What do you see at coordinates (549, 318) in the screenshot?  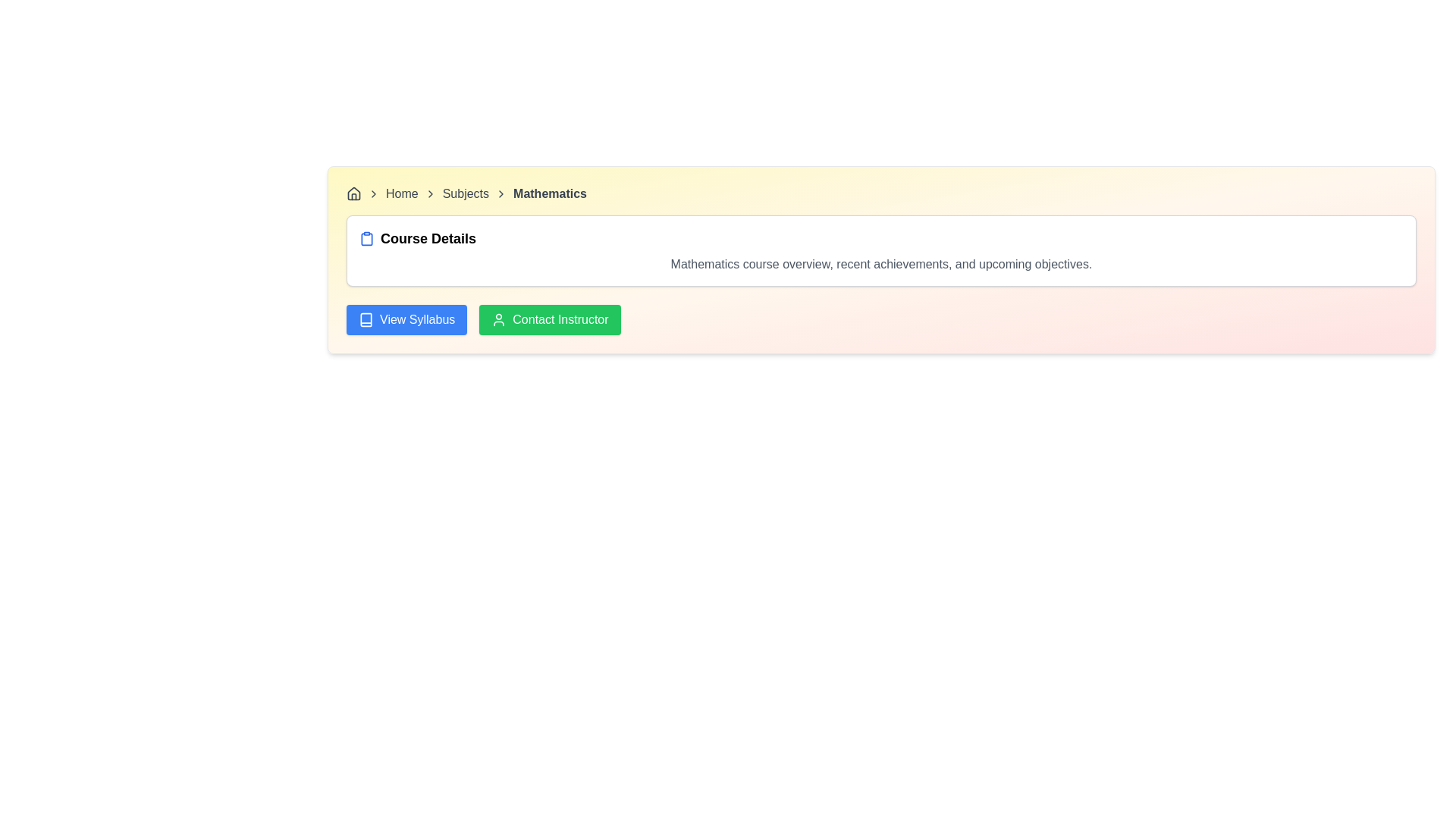 I see `the 'Contact Instructor' button, which is the second button in a horizontal group located at the bottom center of the panel` at bounding box center [549, 318].